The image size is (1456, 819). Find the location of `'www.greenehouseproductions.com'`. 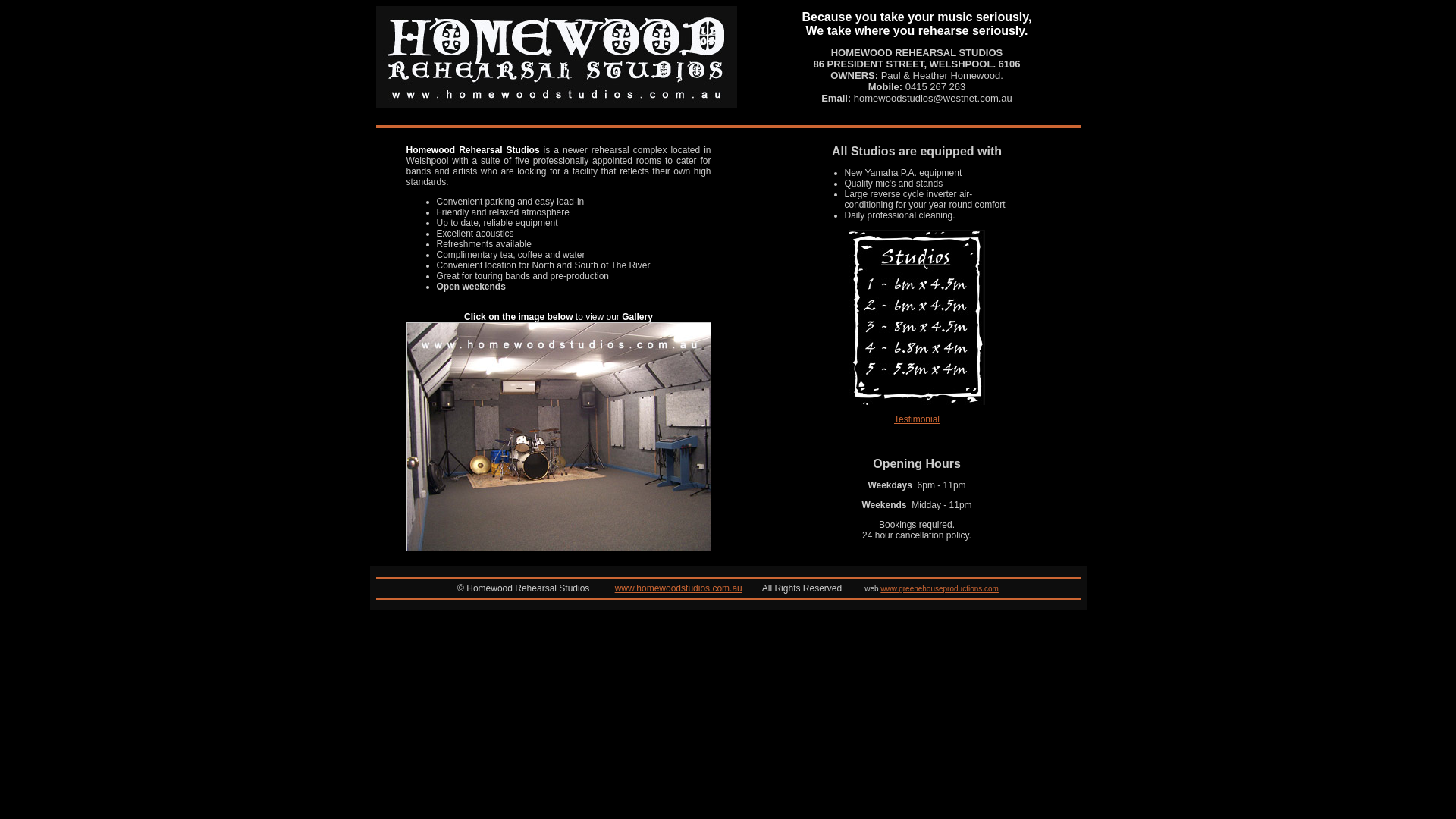

'www.greenehouseproductions.com' is located at coordinates (938, 587).